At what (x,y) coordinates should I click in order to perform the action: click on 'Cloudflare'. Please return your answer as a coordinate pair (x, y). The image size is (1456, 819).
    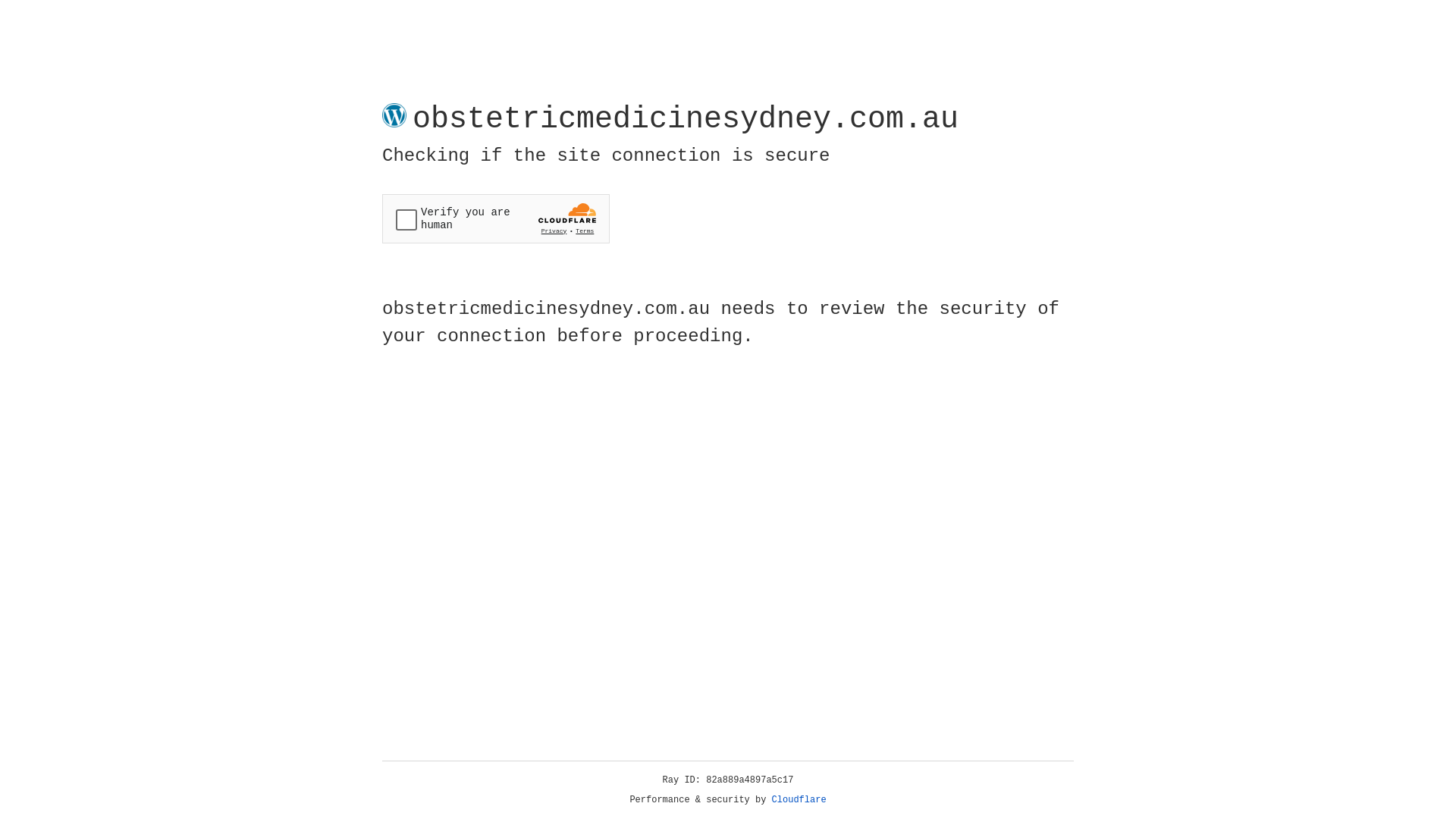
    Looking at the image, I should click on (799, 799).